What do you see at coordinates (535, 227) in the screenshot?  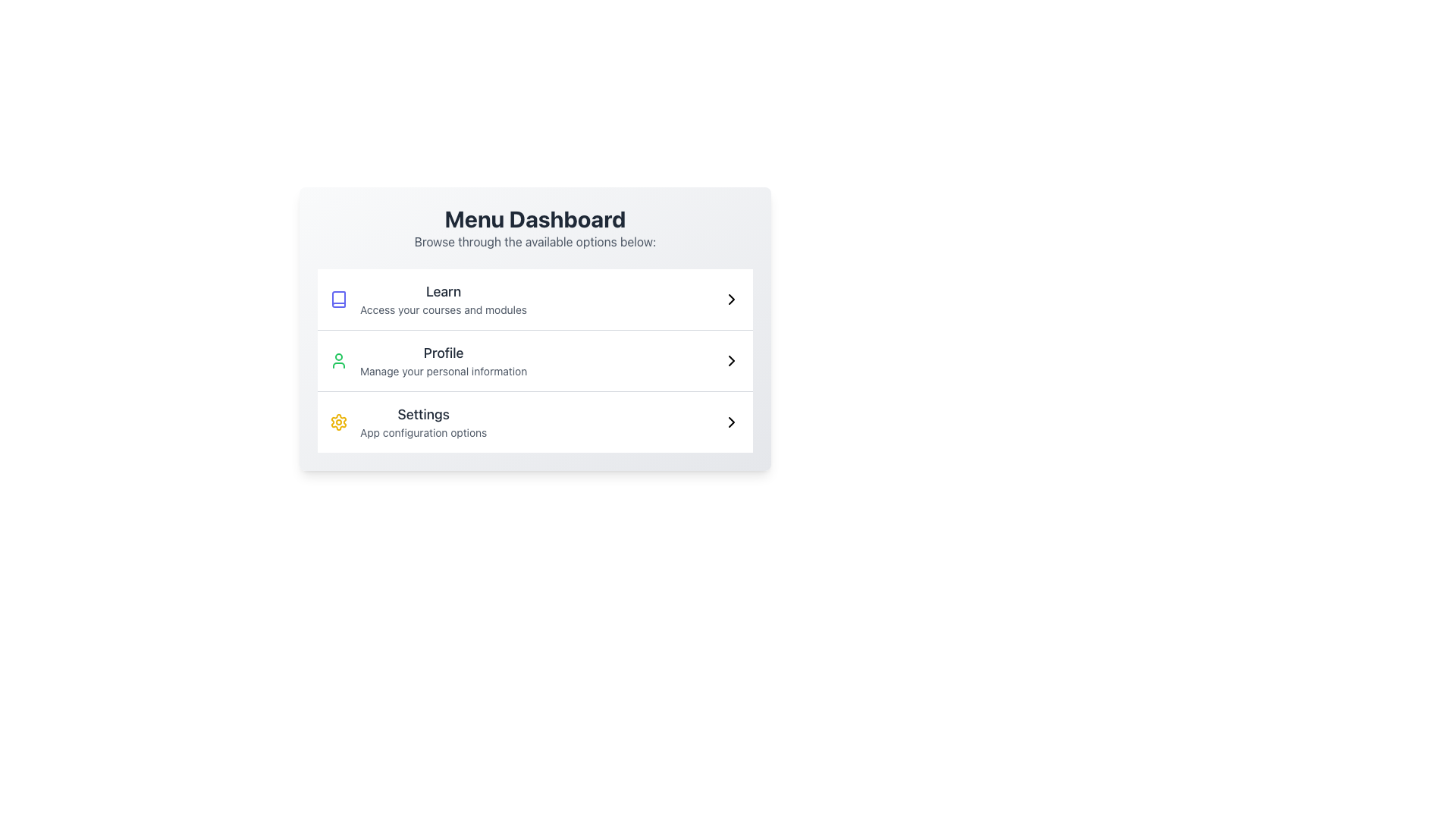 I see `text block located at the top of the white rounded corner box, which provides a heading and description for the options below, including 'Learn,' 'Profile,' and 'Settings.'` at bounding box center [535, 227].